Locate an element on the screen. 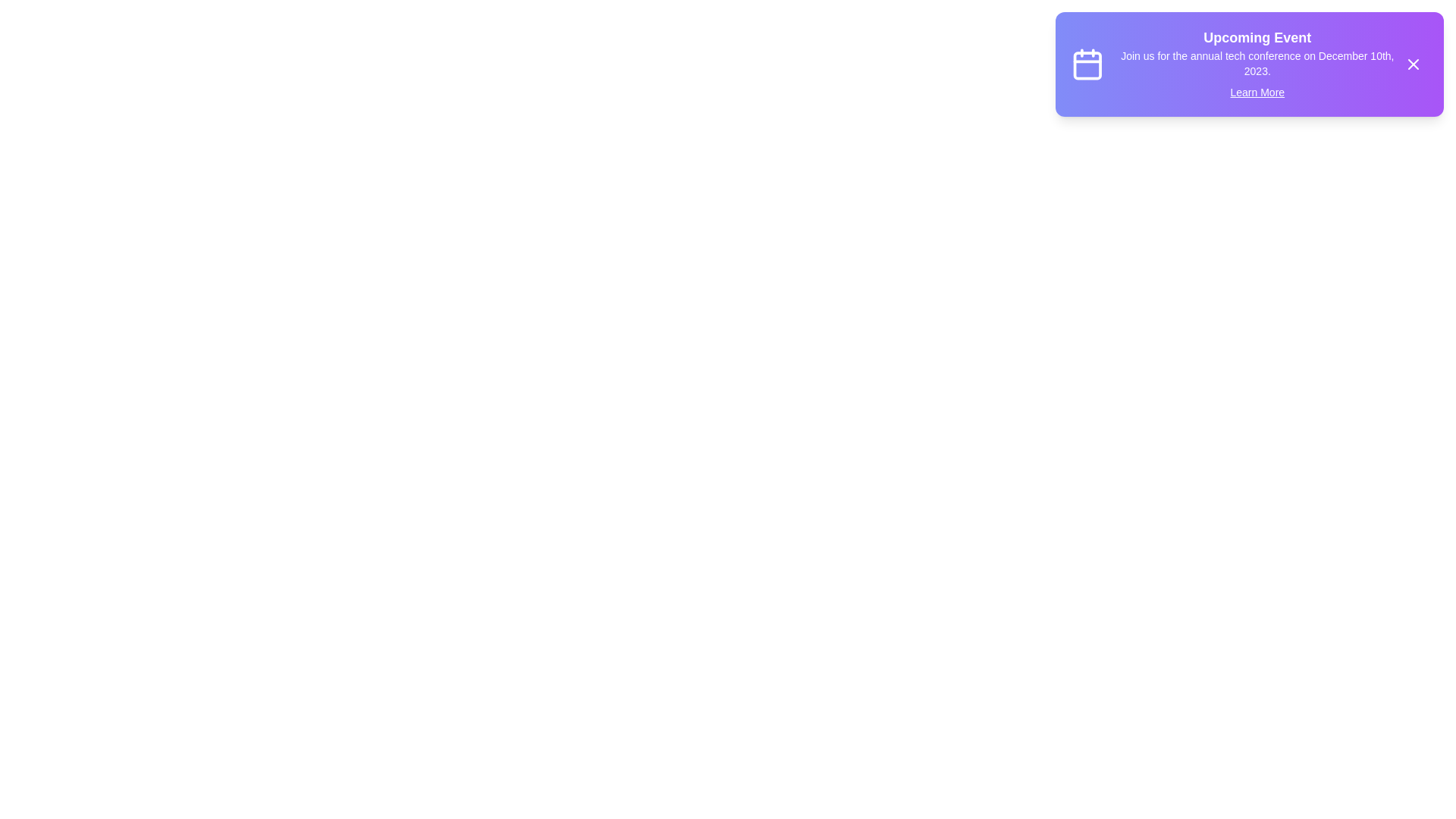  the 'Learn More' link in the notification snackbar is located at coordinates (1257, 93).